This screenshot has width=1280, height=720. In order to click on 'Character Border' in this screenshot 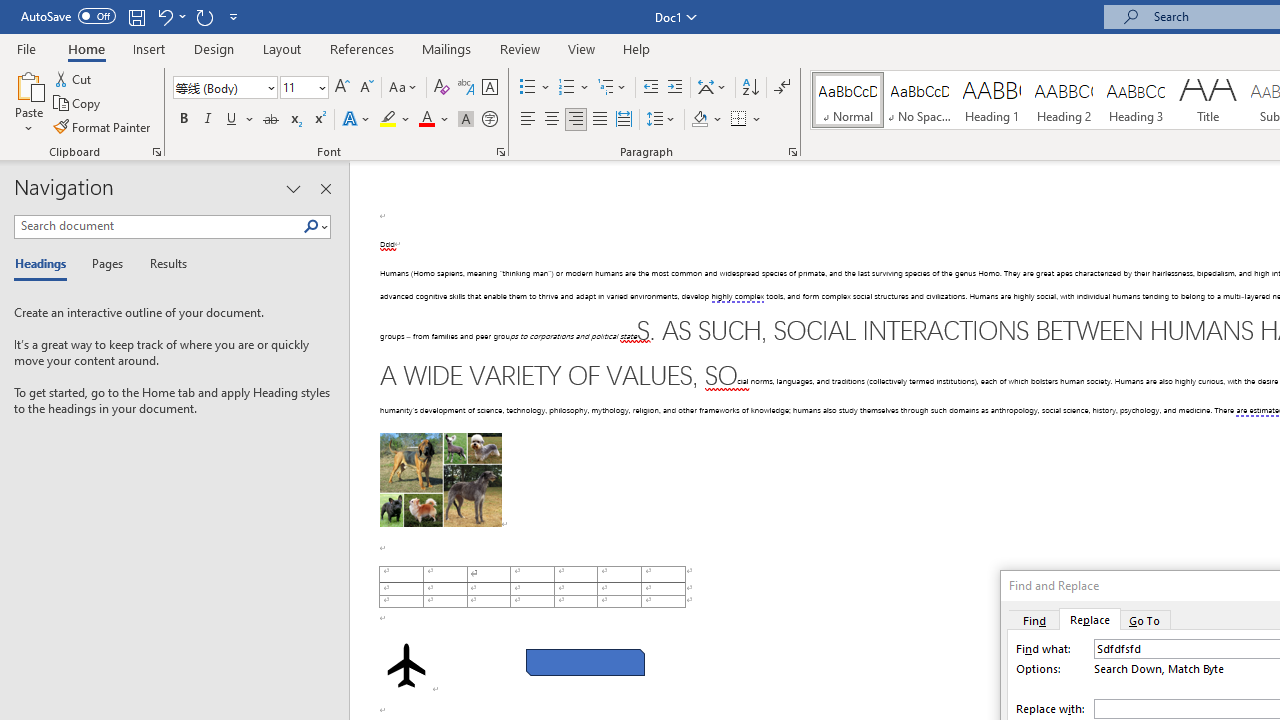, I will do `click(489, 86)`.